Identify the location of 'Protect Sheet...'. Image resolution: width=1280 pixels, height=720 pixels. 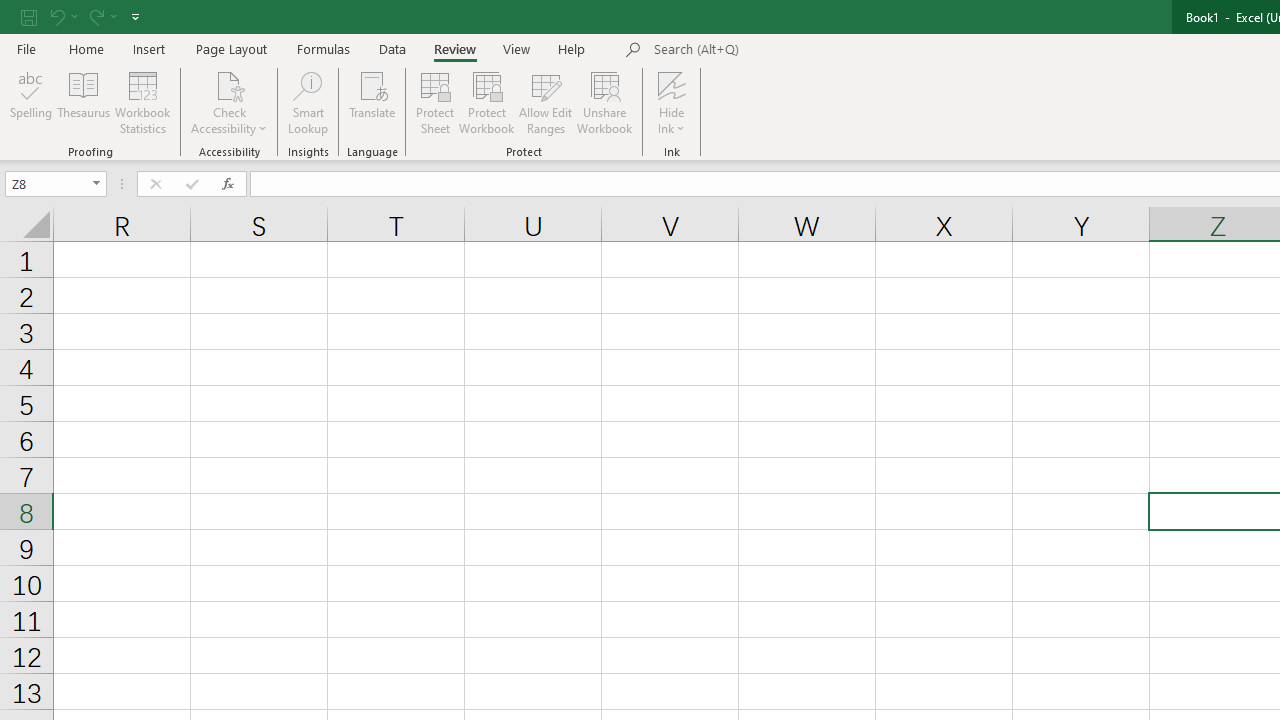
(434, 103).